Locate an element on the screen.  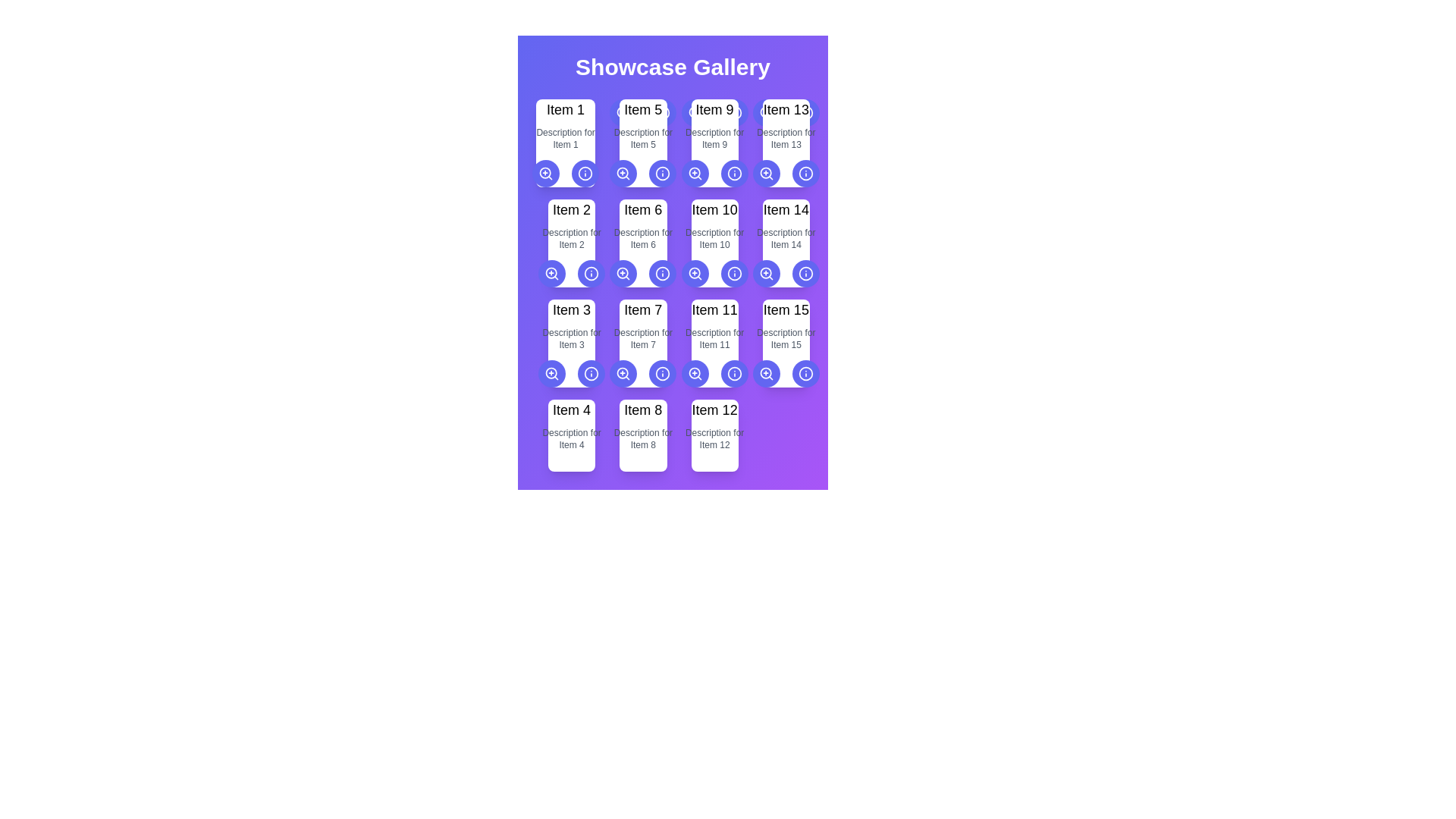
the zoom-in button located in the top-right corner of the grid under the label 'Item 9' is located at coordinates (766, 172).